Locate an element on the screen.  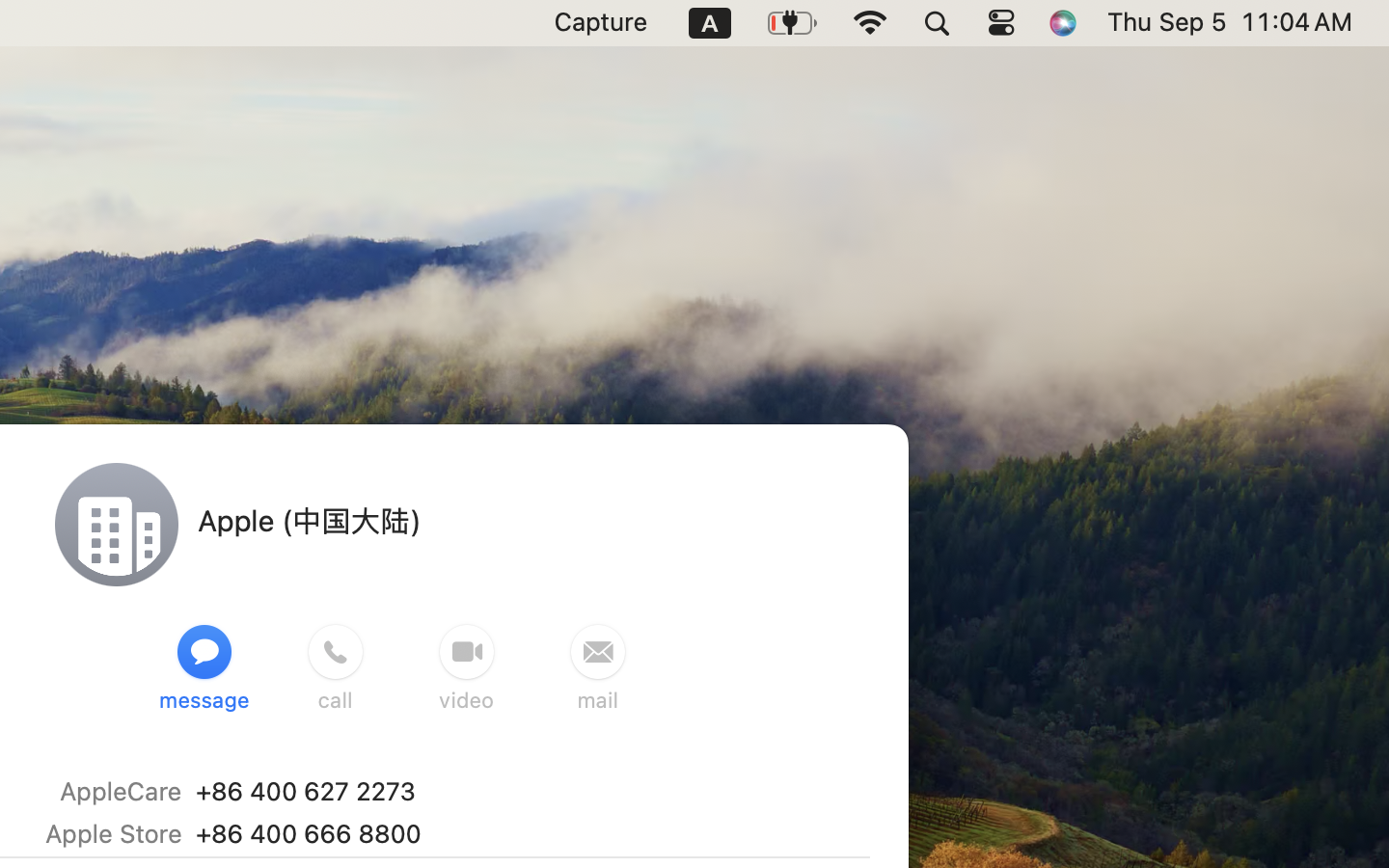
'‭+86 400 627 2273‬' is located at coordinates (304, 790).